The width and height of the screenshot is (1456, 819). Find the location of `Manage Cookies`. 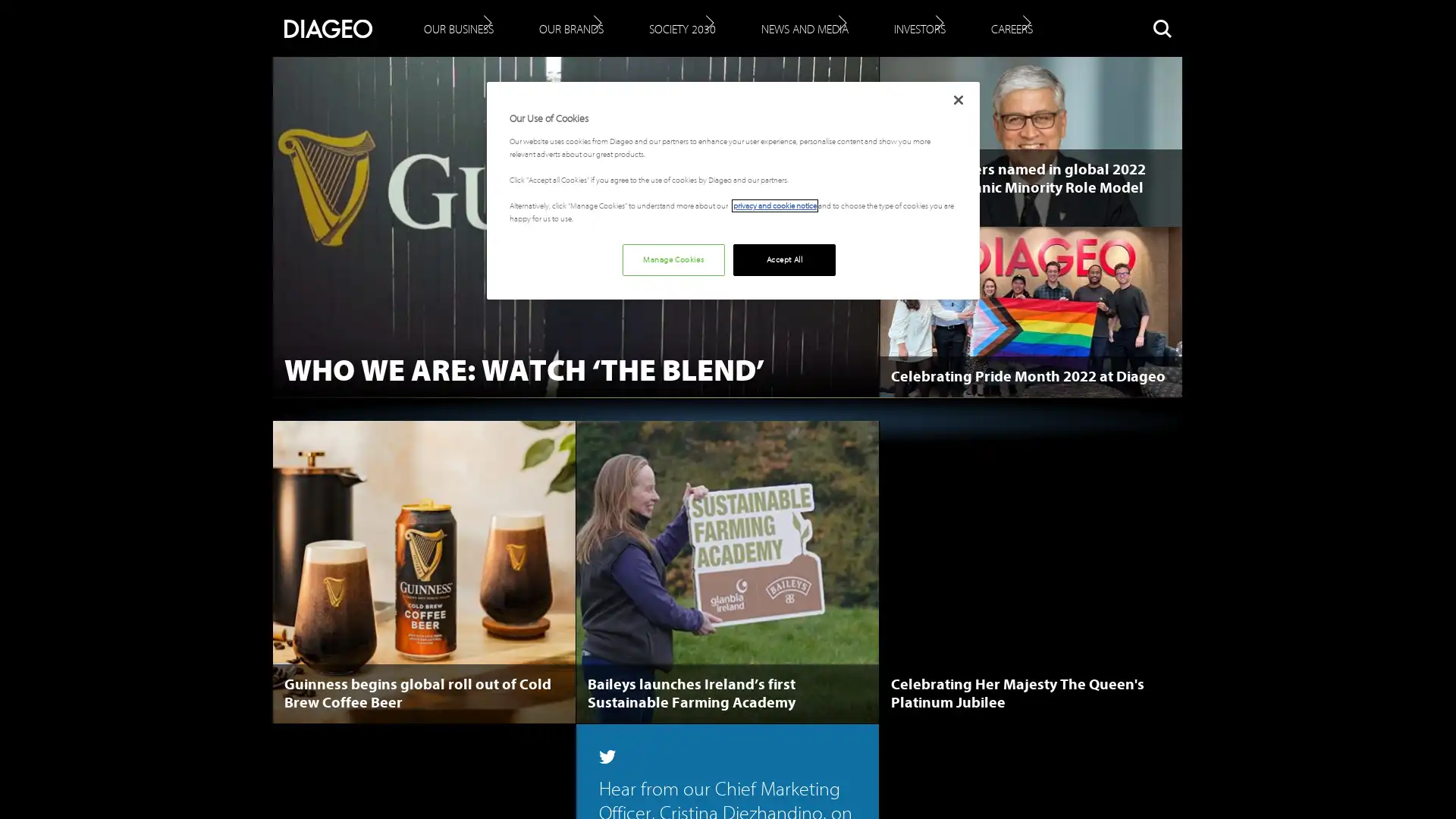

Manage Cookies is located at coordinates (672, 259).